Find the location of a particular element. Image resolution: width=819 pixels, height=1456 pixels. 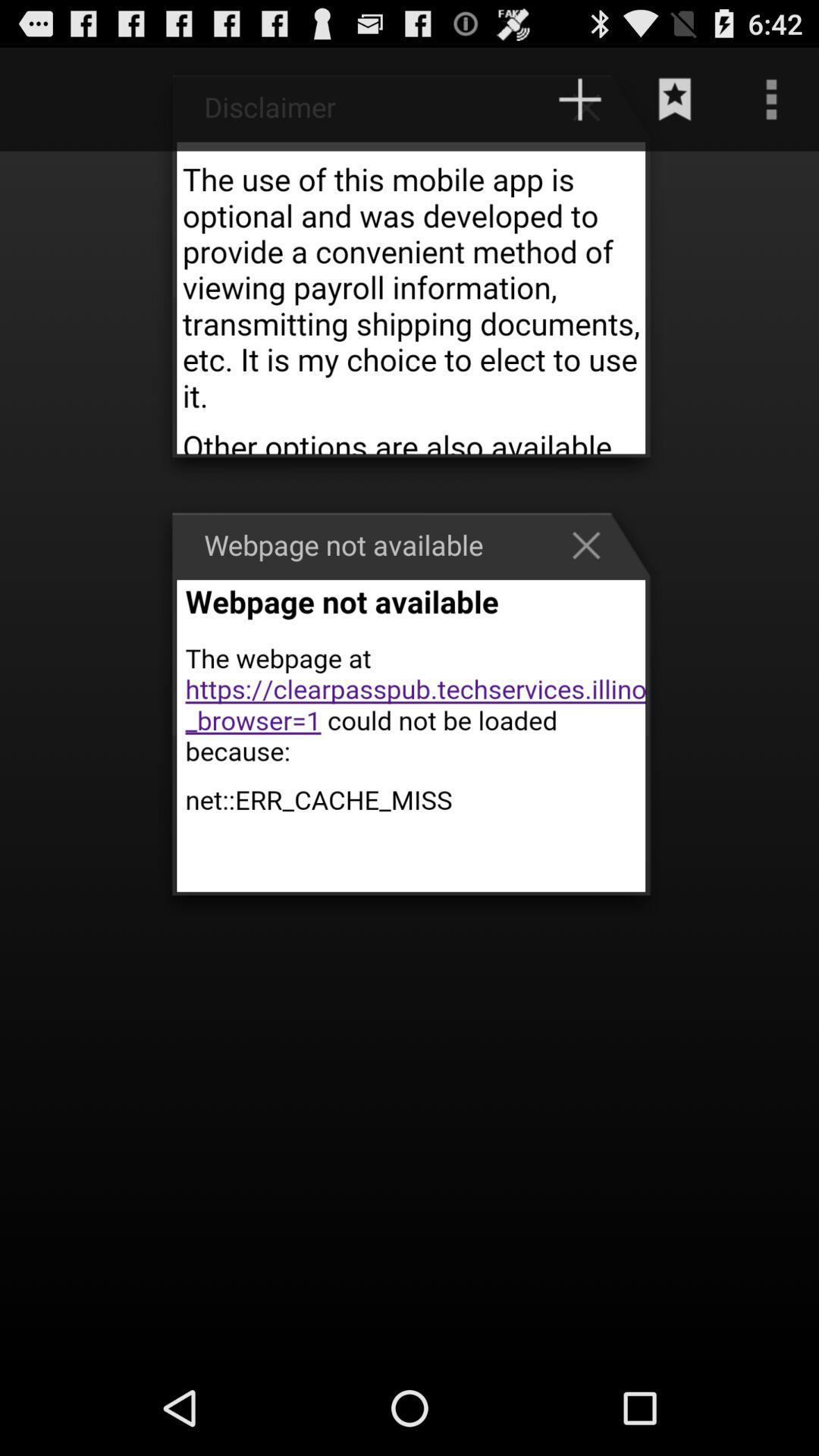

the add icon is located at coordinates (579, 105).